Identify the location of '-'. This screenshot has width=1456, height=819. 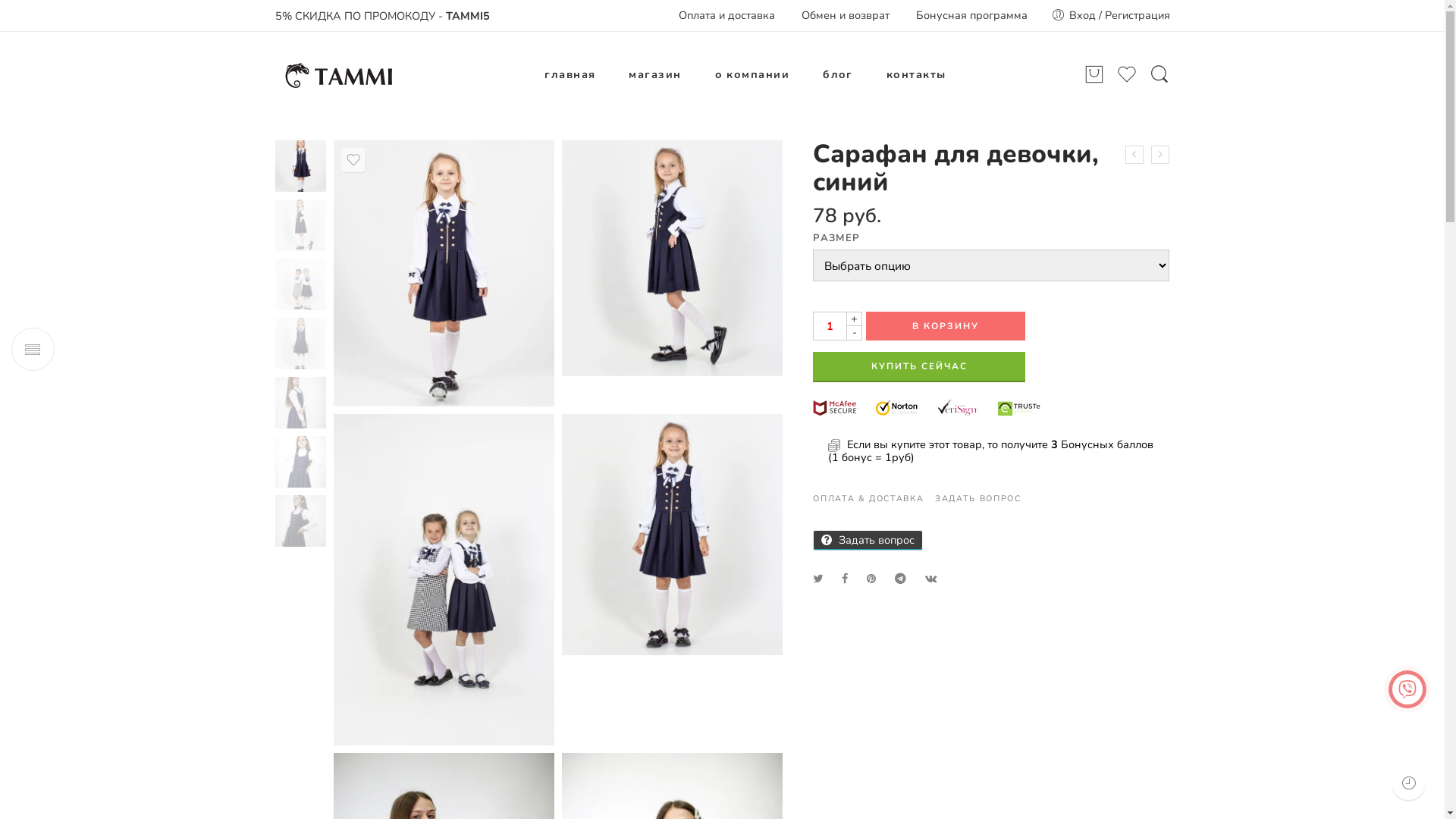
(854, 332).